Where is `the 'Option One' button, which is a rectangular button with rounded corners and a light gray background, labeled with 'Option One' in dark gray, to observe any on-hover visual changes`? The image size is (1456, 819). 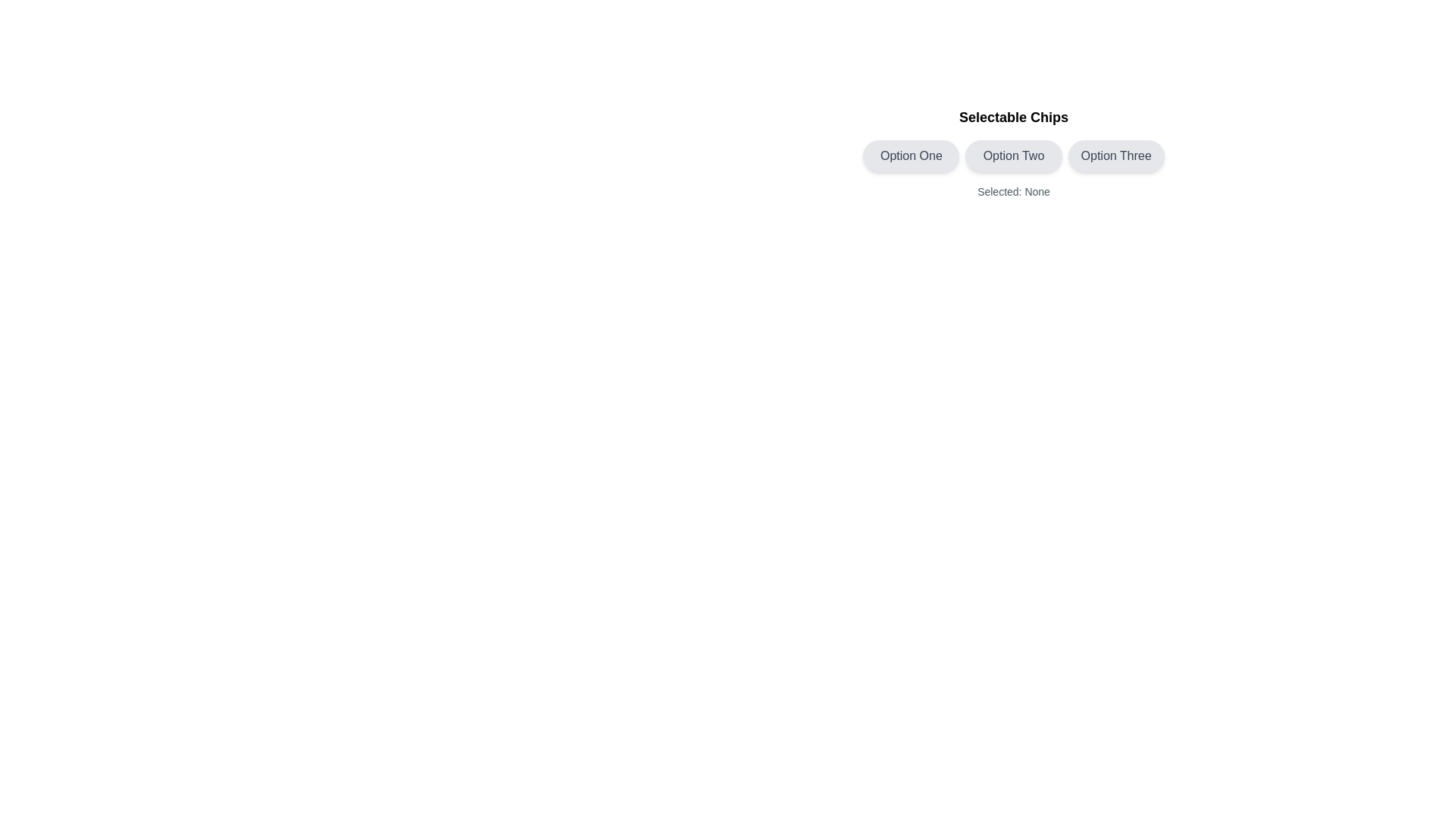
the 'Option One' button, which is a rectangular button with rounded corners and a light gray background, labeled with 'Option One' in dark gray, to observe any on-hover visual changes is located at coordinates (910, 155).